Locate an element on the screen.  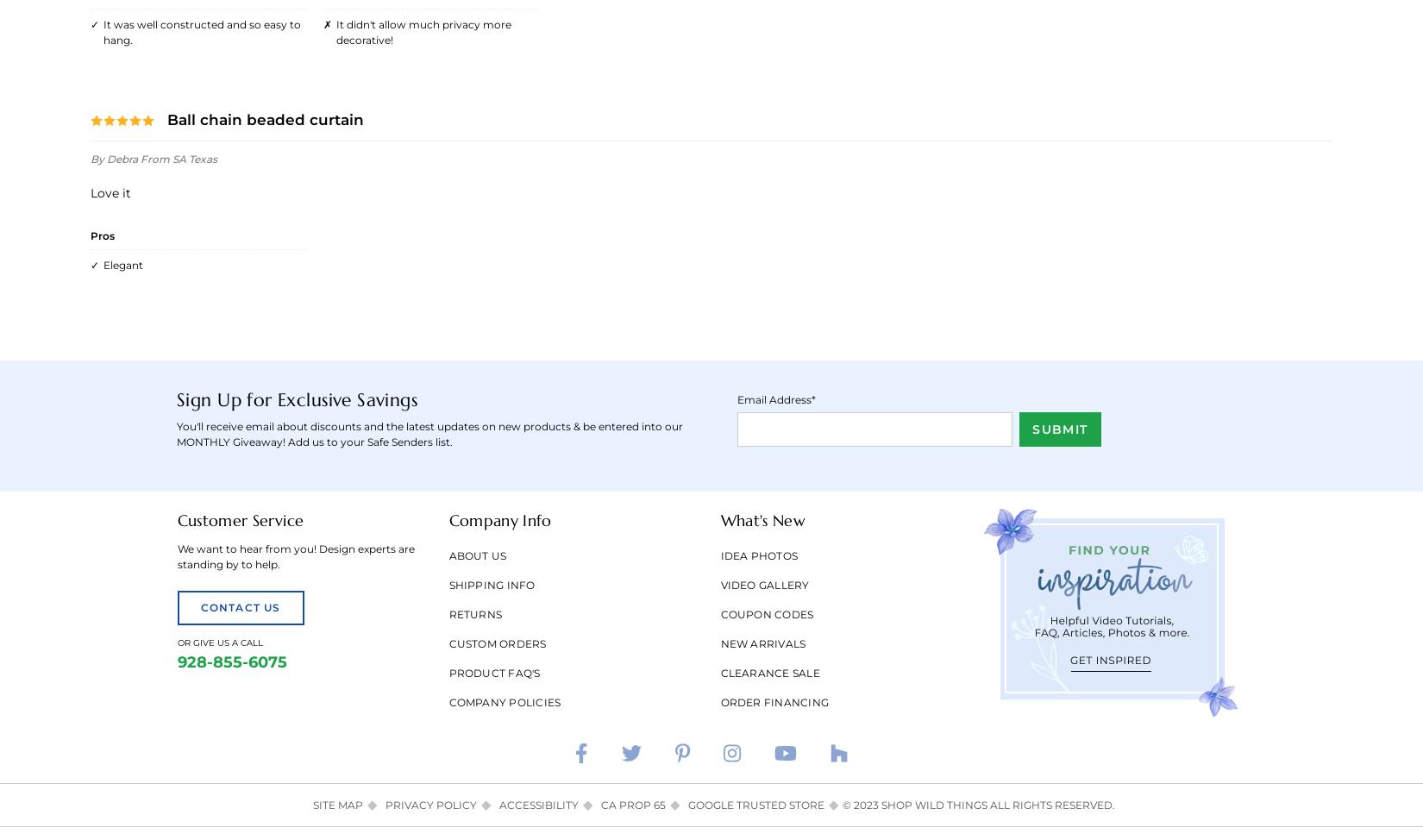
'© 2023 Shop Wild Things All Rights Reserved.' is located at coordinates (978, 803).